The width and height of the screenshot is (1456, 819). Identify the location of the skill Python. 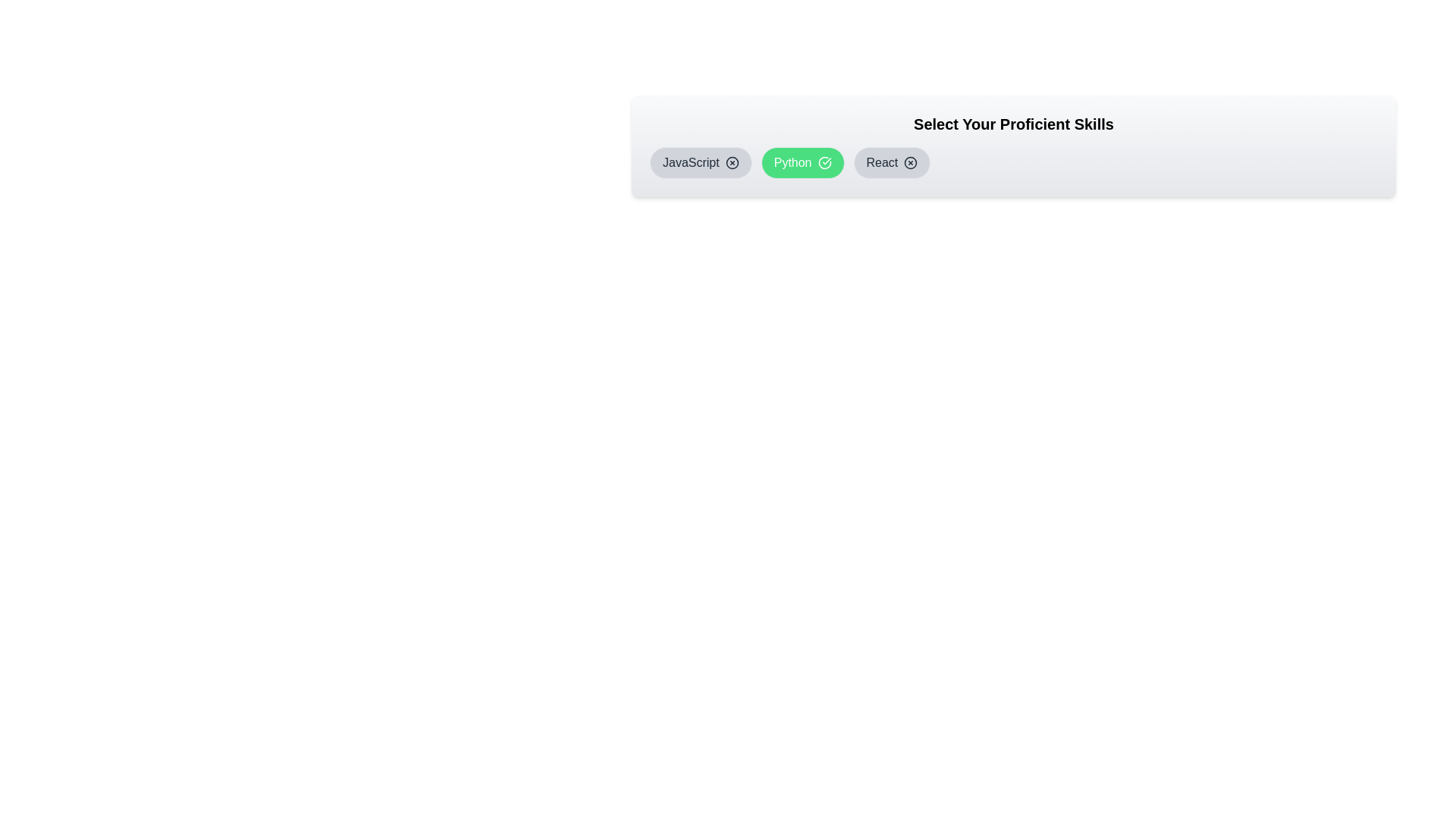
(801, 163).